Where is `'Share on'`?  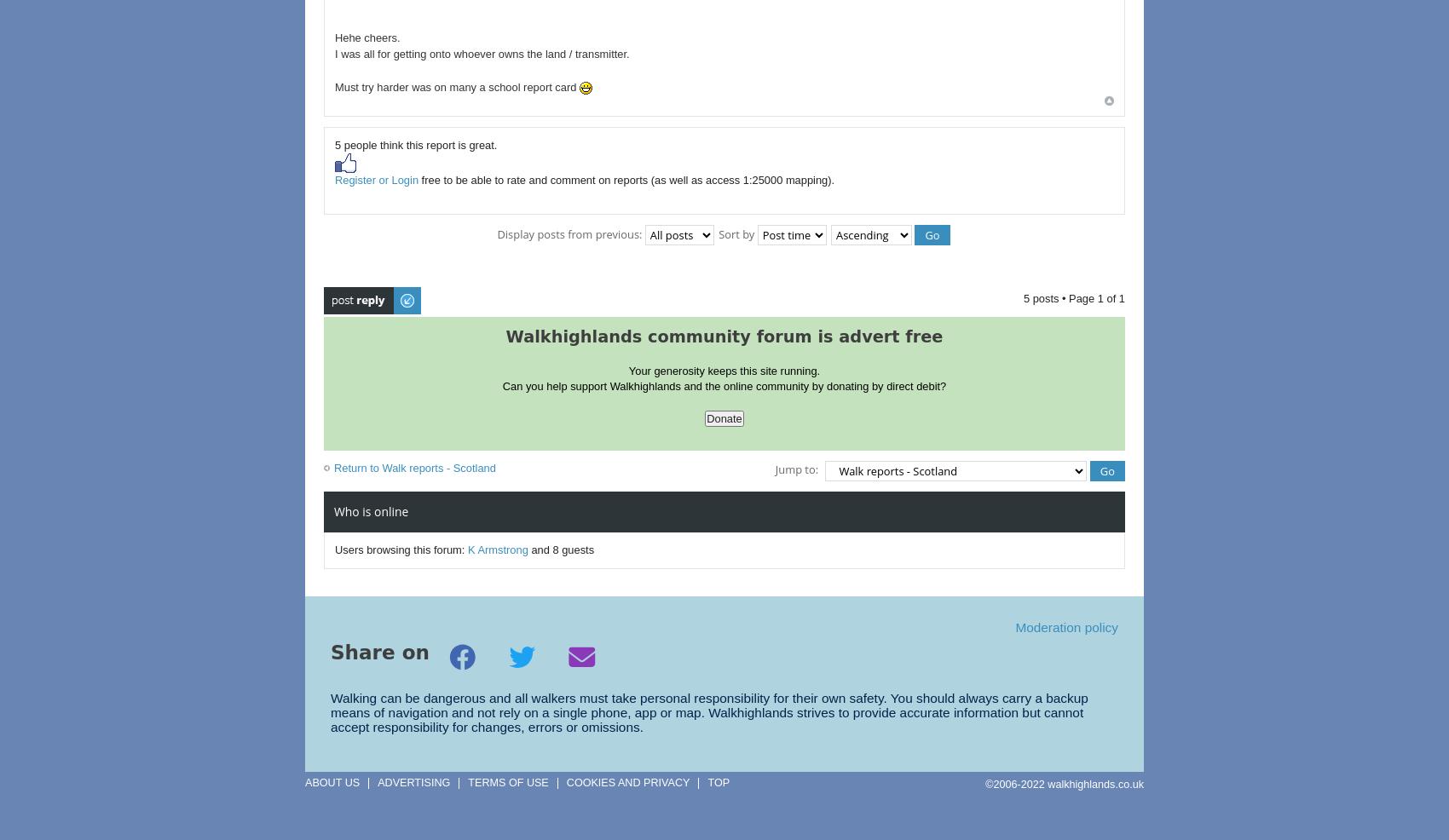
'Share on' is located at coordinates (383, 653).